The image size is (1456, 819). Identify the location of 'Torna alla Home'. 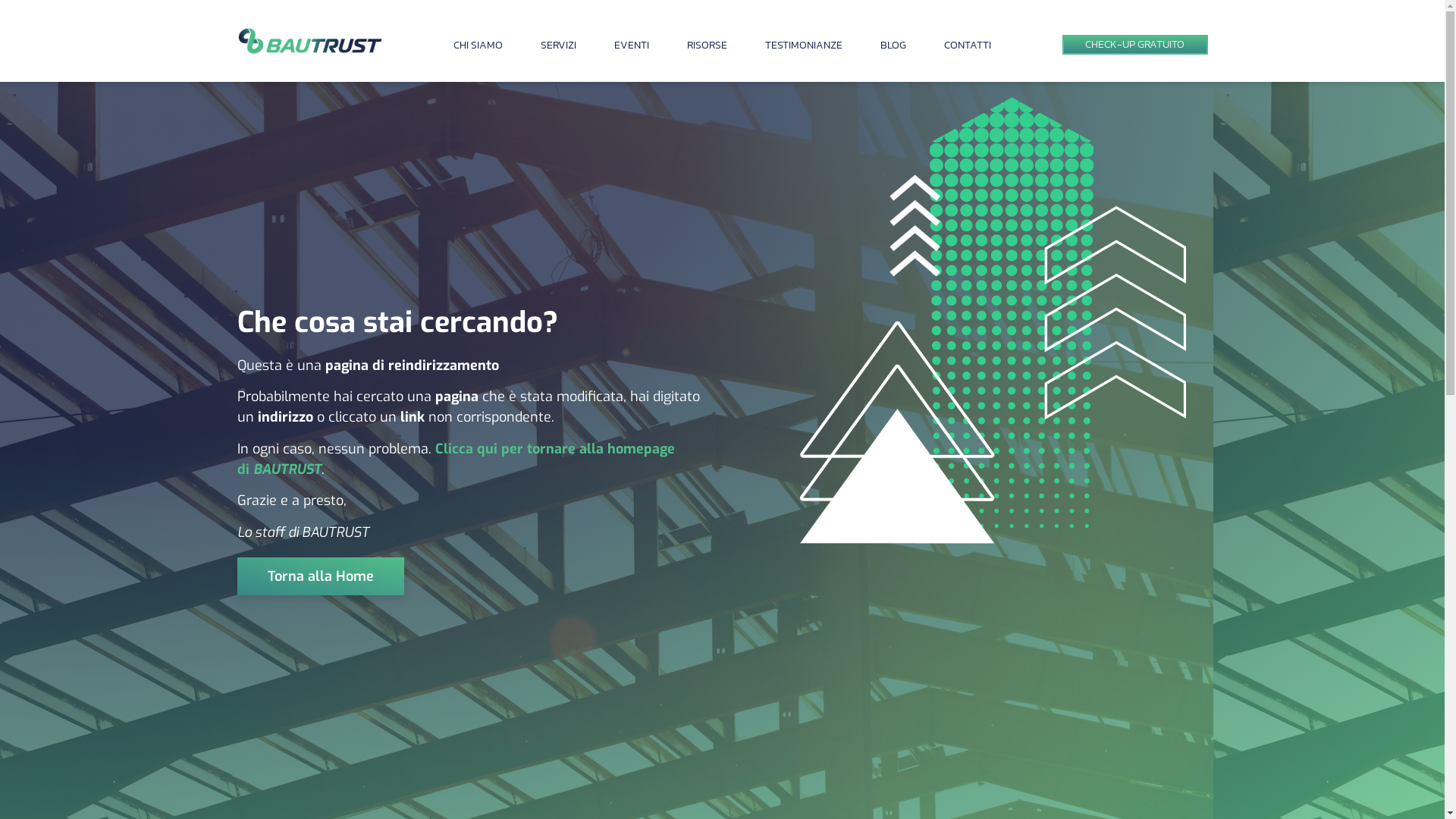
(319, 576).